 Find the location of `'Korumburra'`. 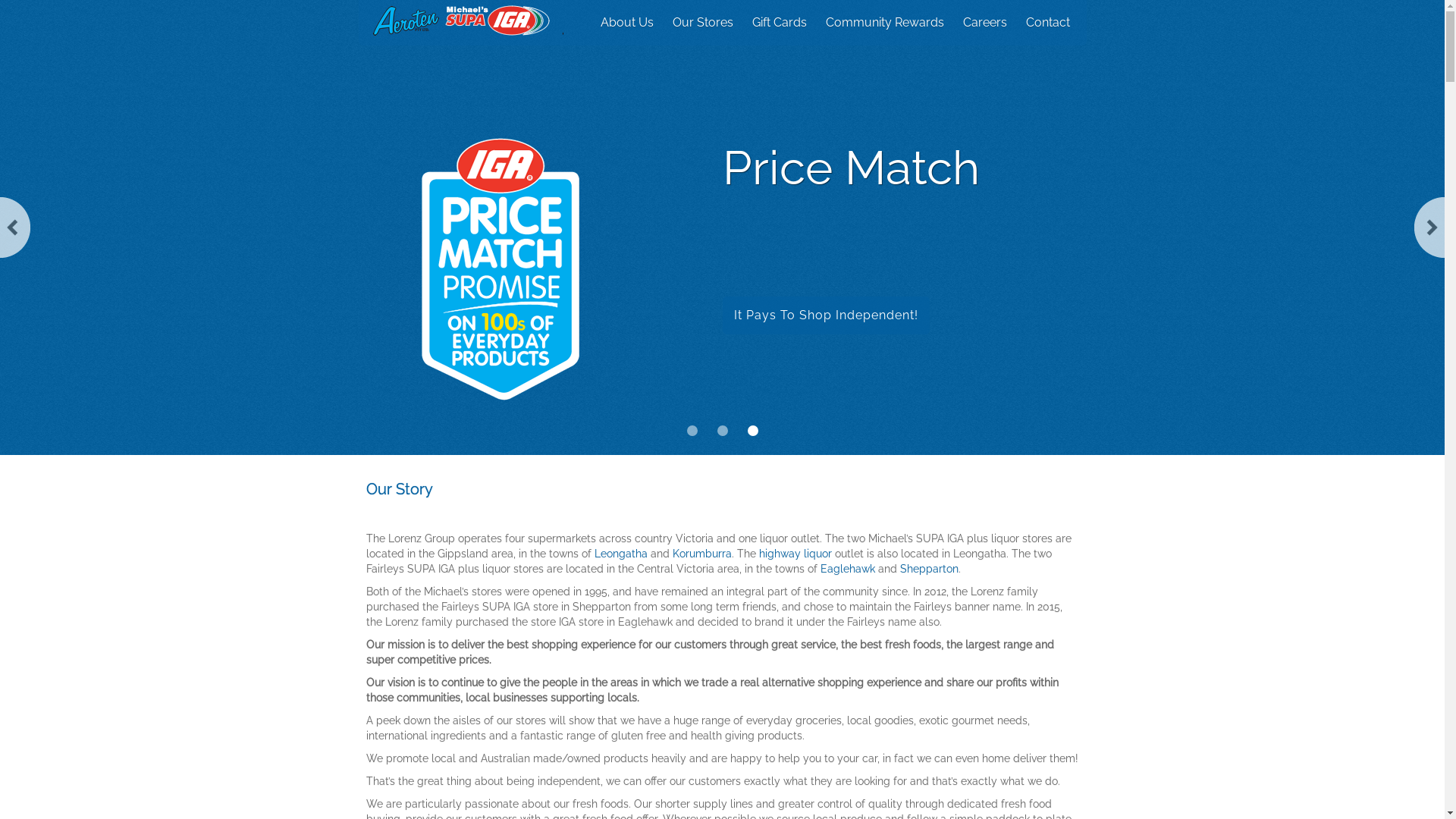

'Korumburra' is located at coordinates (701, 553).